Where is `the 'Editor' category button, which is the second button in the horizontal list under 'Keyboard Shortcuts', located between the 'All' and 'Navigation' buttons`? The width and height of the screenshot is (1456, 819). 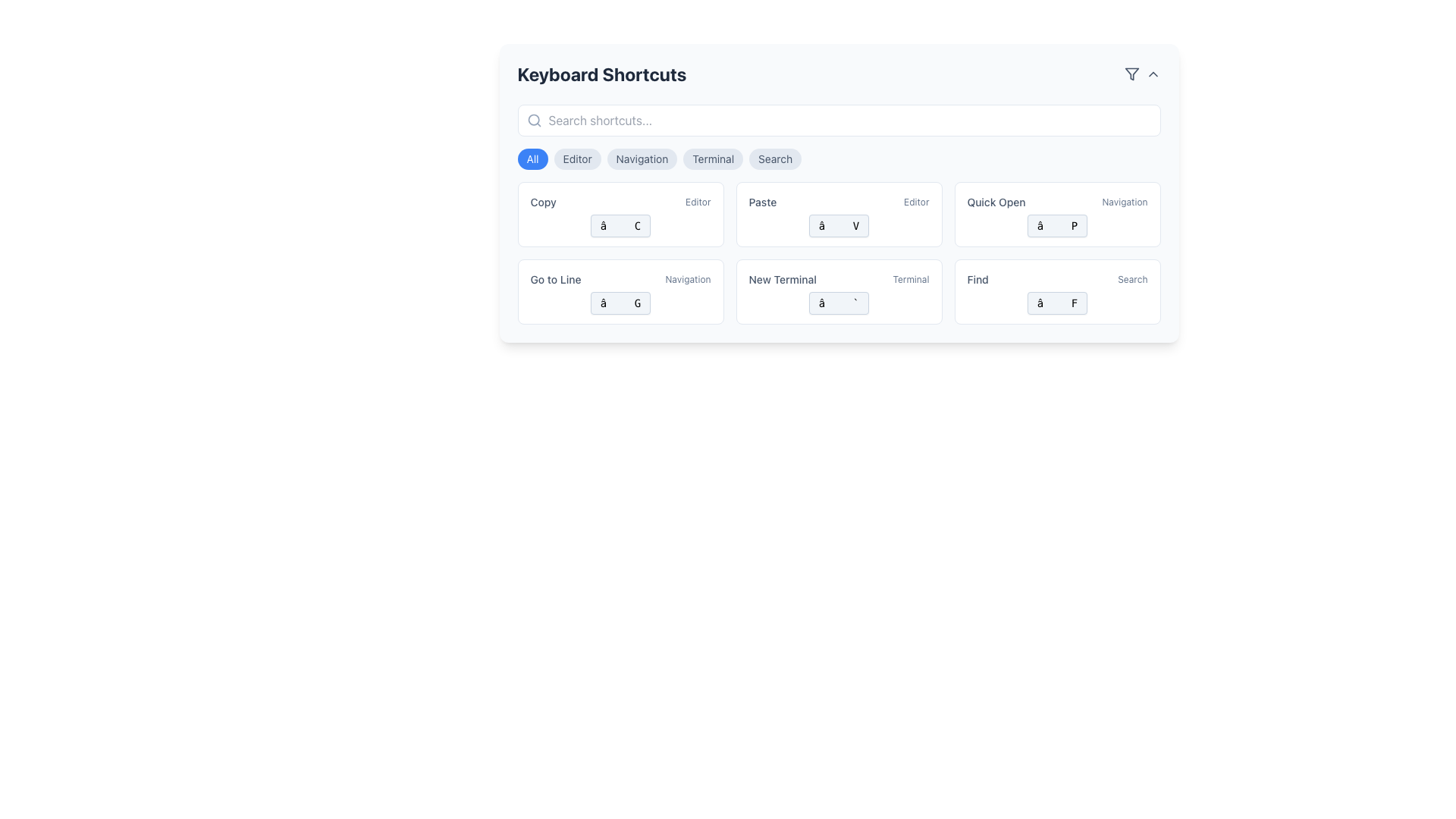 the 'Editor' category button, which is the second button in the horizontal list under 'Keyboard Shortcuts', located between the 'All' and 'Navigation' buttons is located at coordinates (576, 158).